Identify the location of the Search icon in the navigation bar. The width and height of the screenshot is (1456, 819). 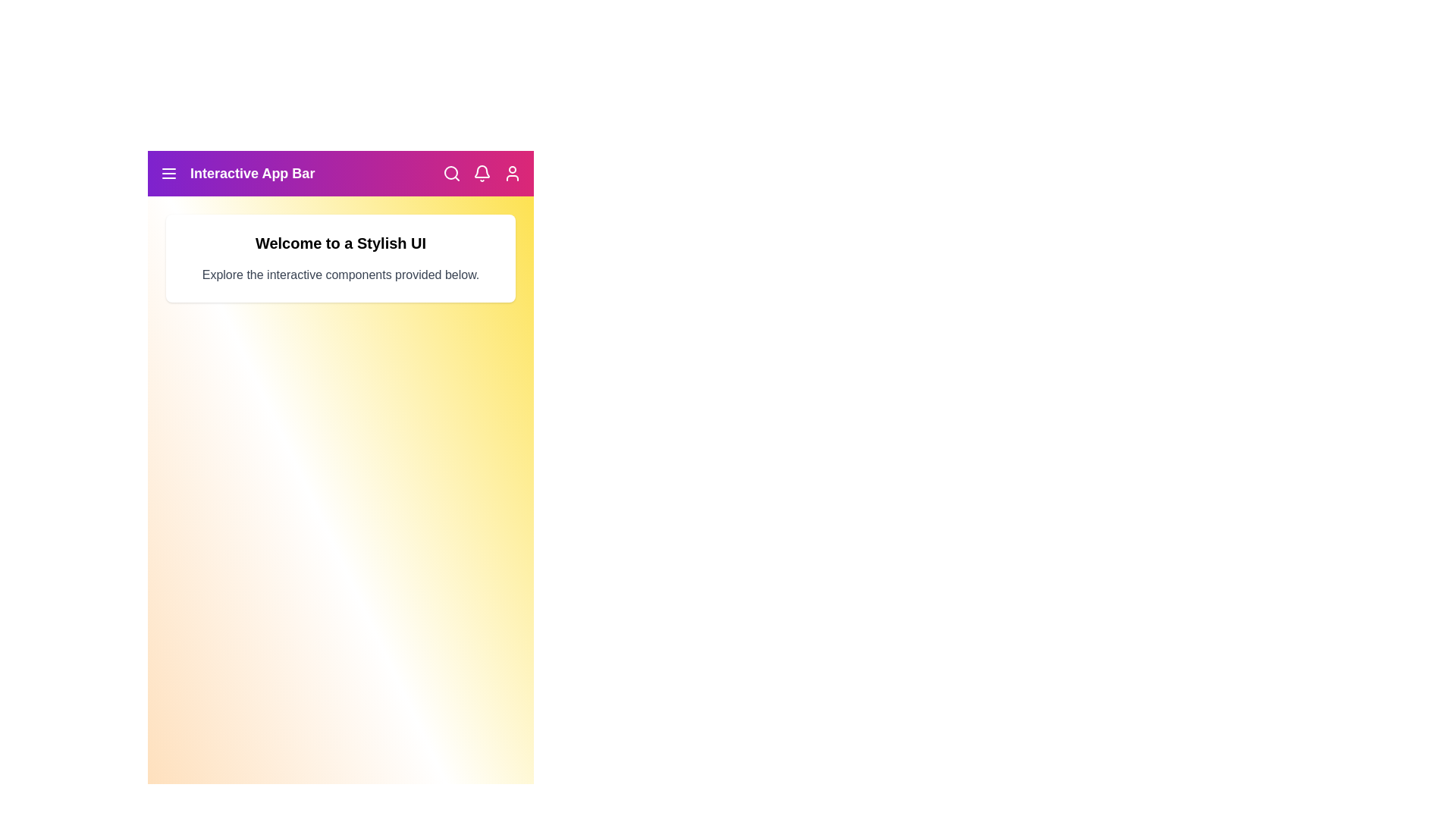
(450, 172).